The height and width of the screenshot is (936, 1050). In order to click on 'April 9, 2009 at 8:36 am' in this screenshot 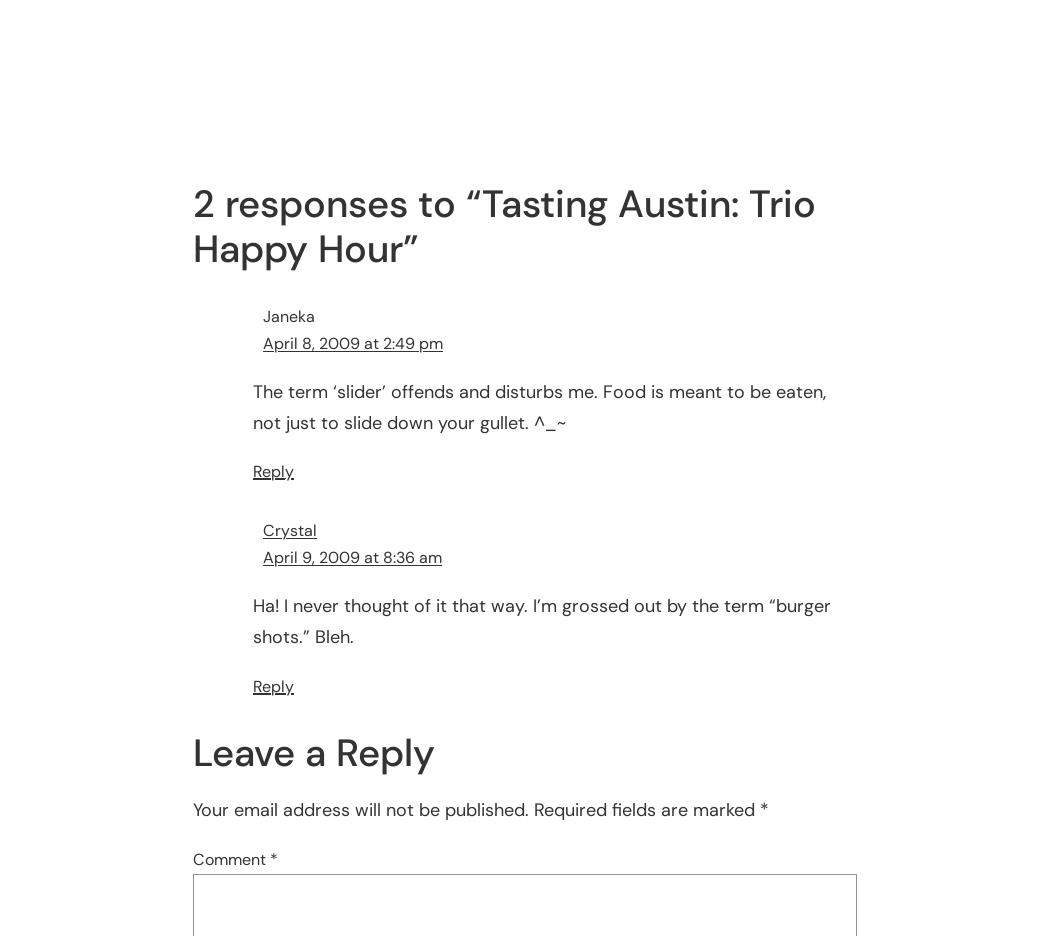, I will do `click(262, 556)`.